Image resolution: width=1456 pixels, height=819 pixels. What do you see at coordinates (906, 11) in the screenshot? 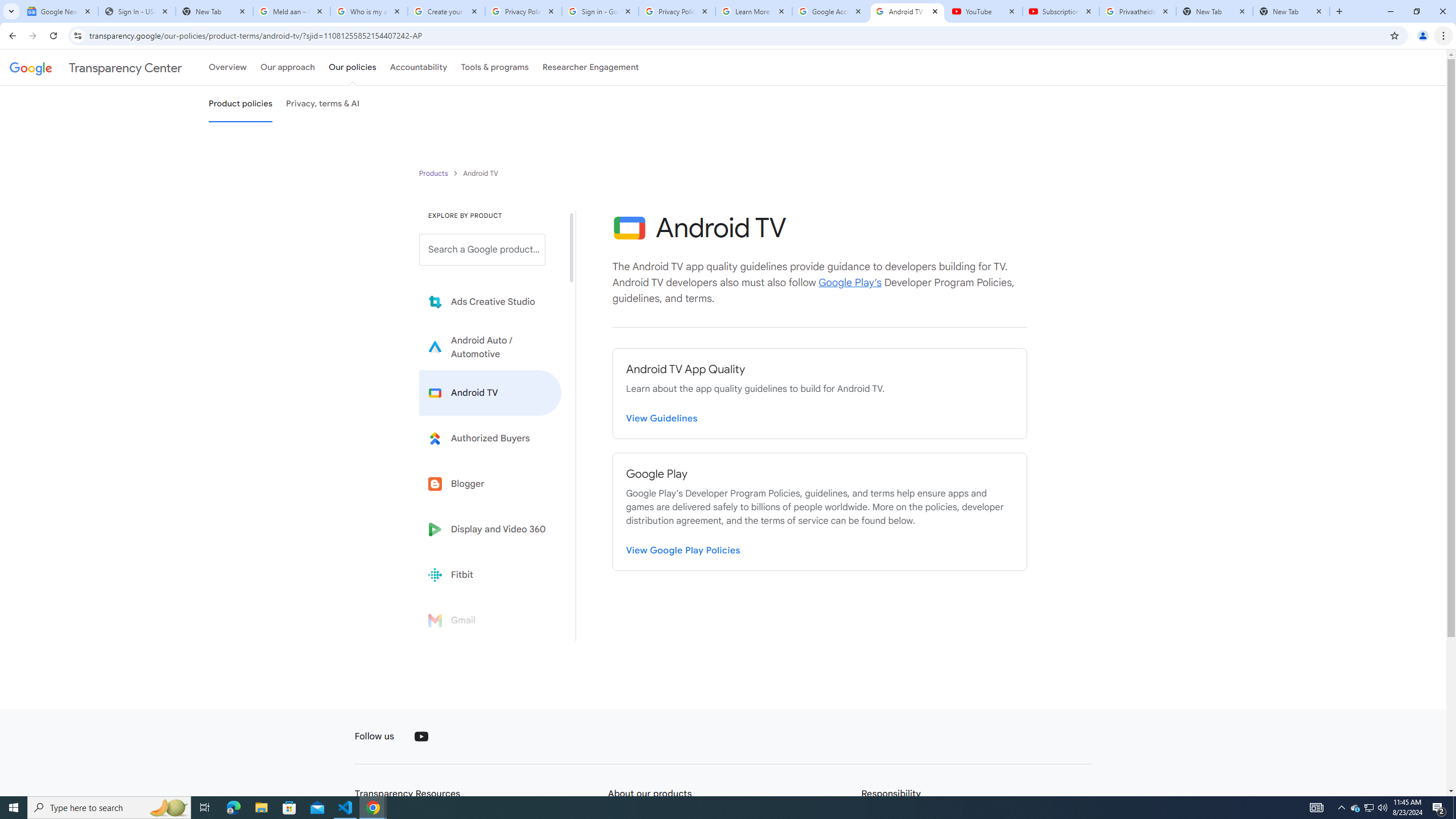
I see `'Android TV Policies and Guidelines - Transparency Center'` at bounding box center [906, 11].